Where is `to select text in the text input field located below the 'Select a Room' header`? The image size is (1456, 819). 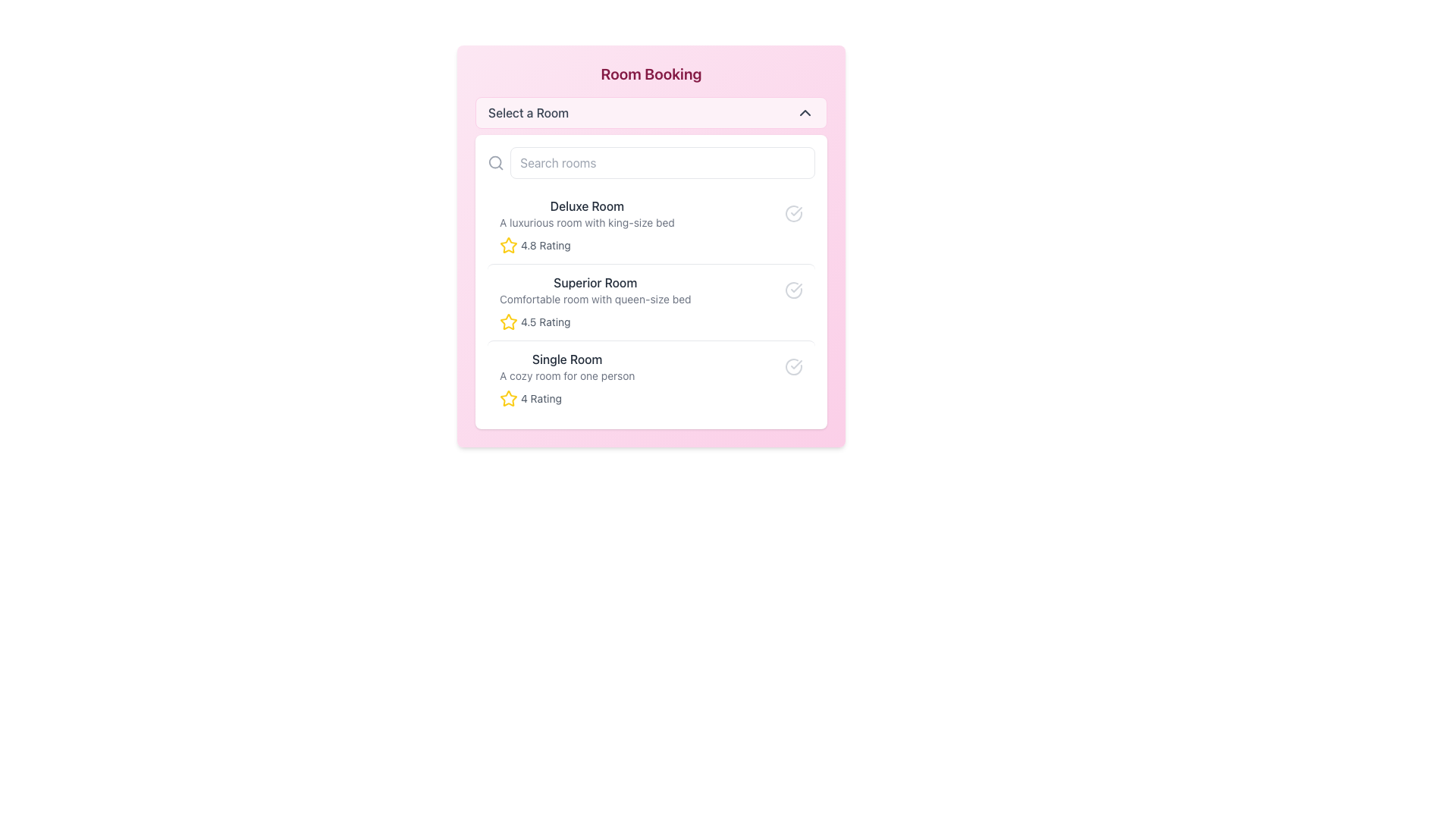 to select text in the text input field located below the 'Select a Room' header is located at coordinates (663, 163).